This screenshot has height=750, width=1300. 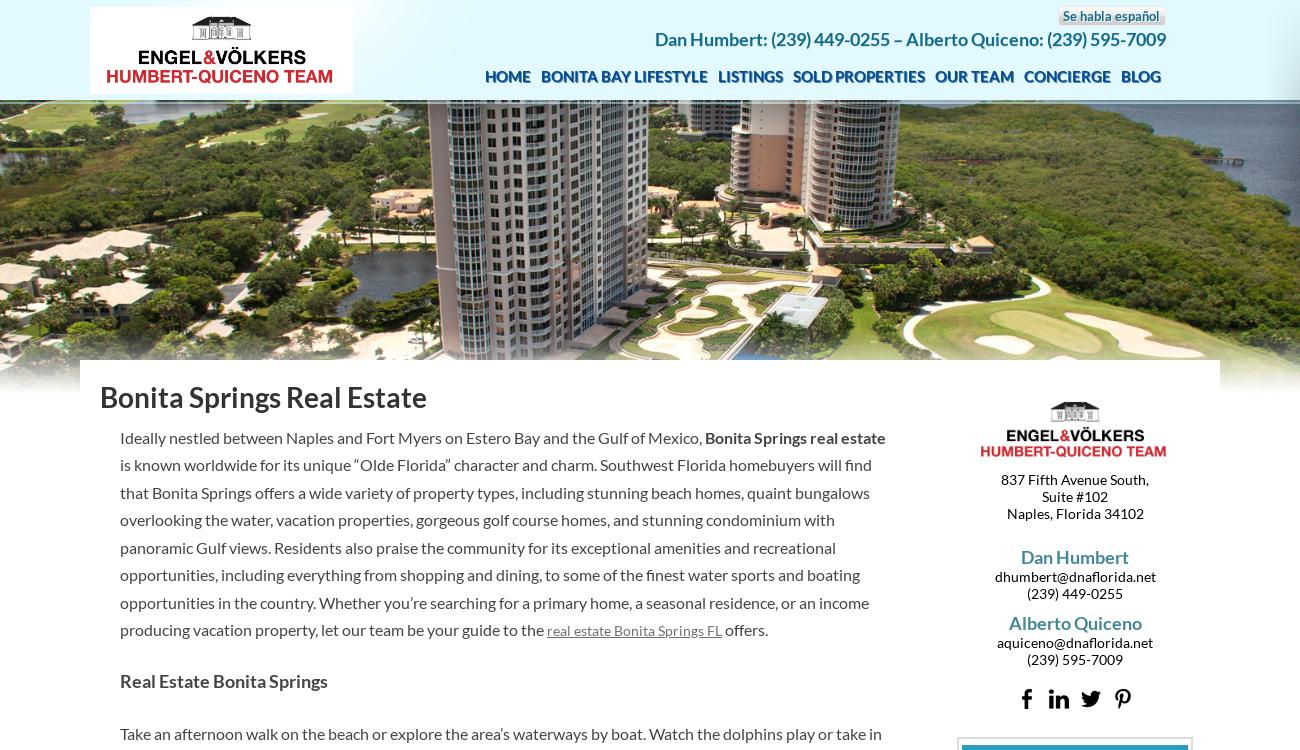 What do you see at coordinates (1074, 658) in the screenshot?
I see `'(239) 595-7009'` at bounding box center [1074, 658].